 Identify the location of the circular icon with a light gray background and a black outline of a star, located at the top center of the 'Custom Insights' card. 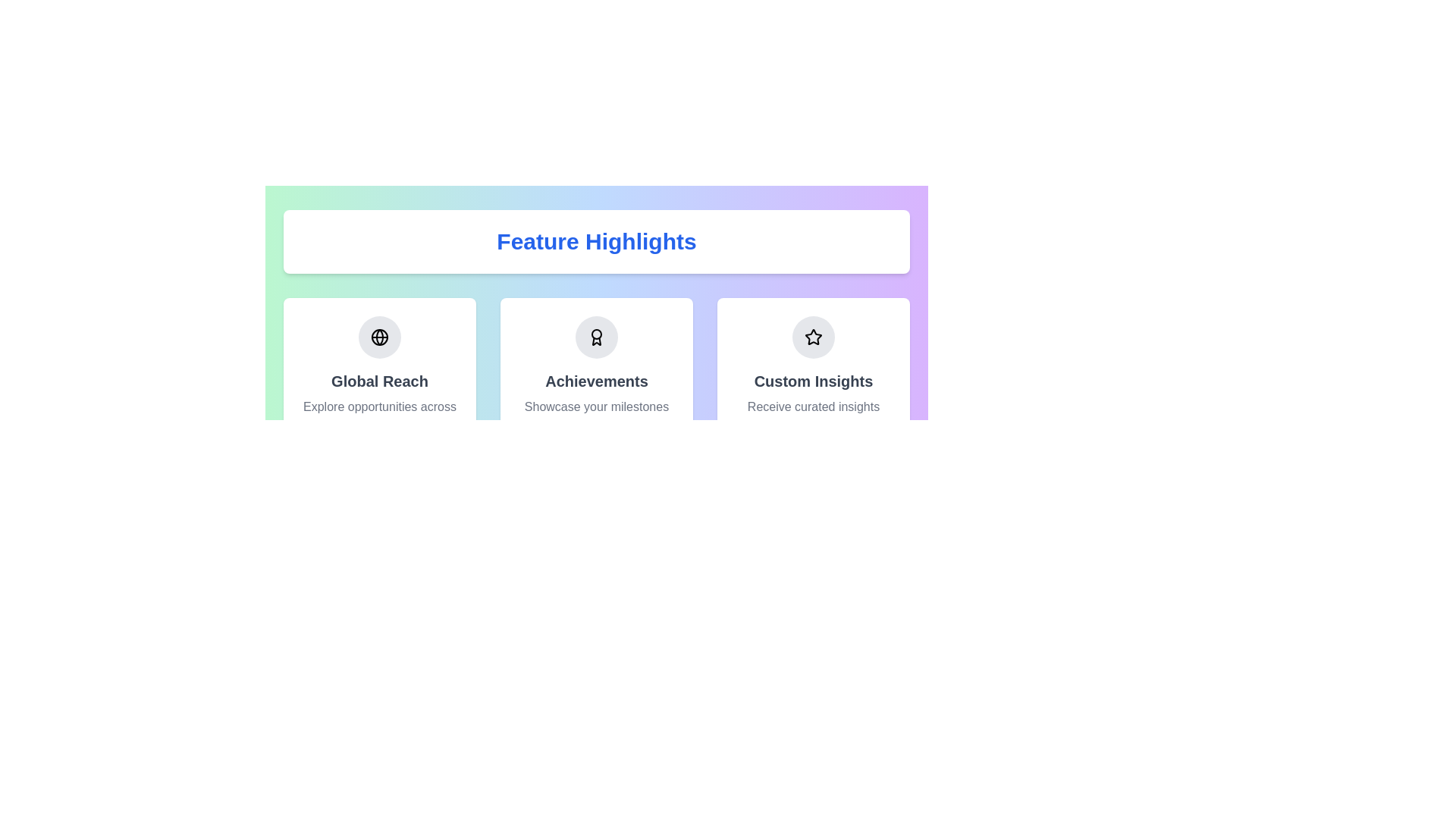
(813, 336).